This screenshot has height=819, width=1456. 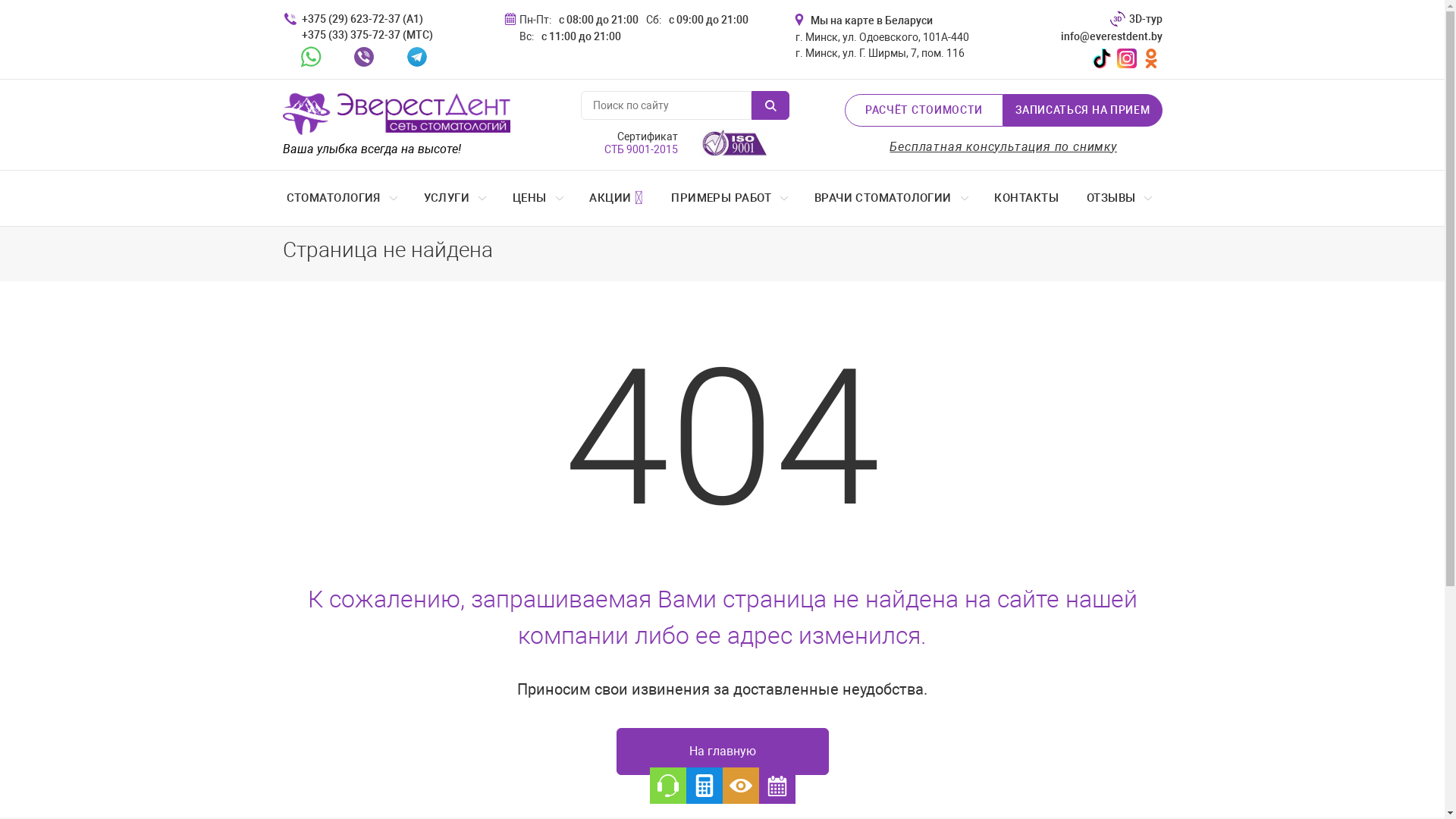 What do you see at coordinates (1102, 36) in the screenshot?
I see `'info@everestdent.by'` at bounding box center [1102, 36].